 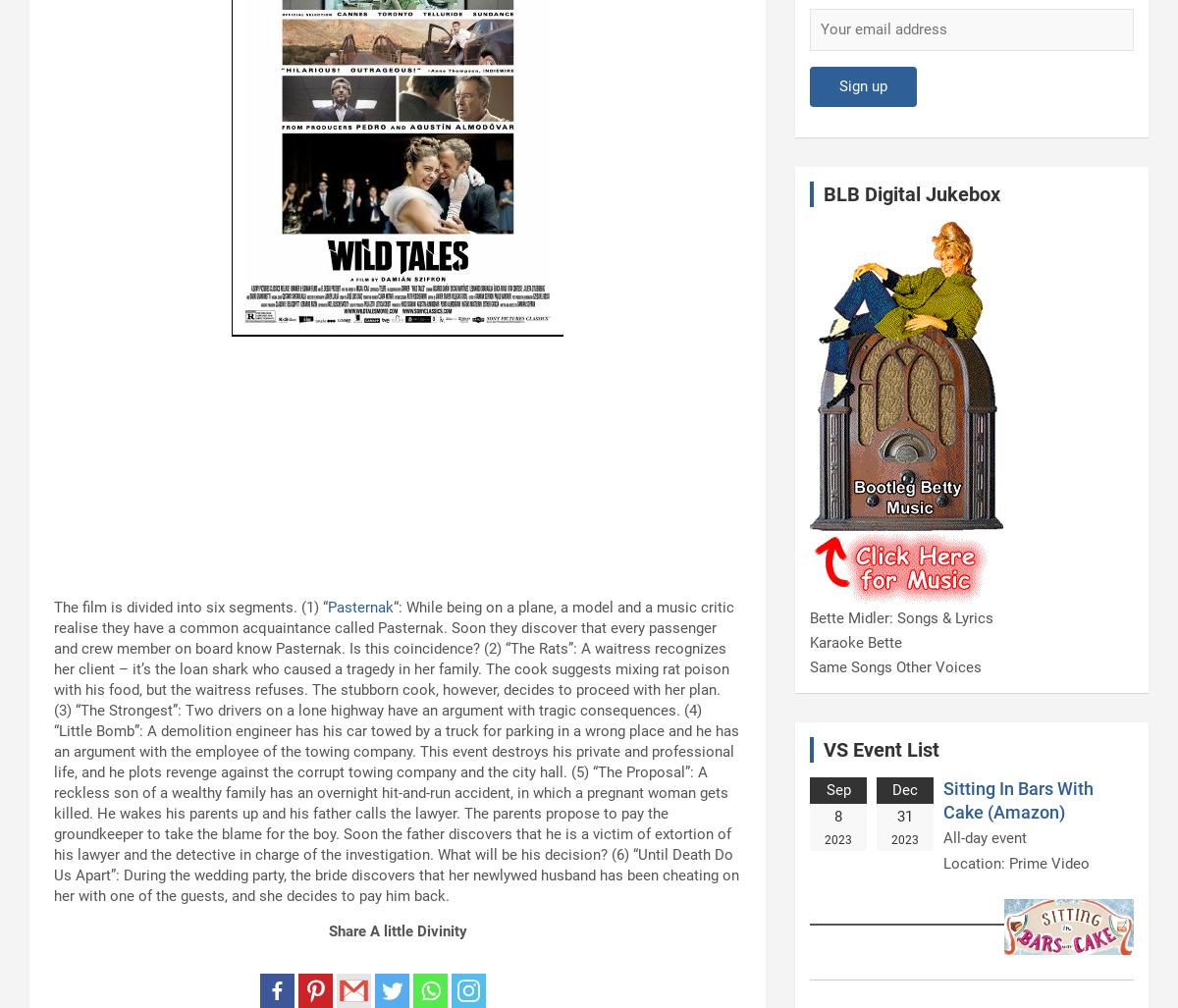 I want to click on 'Bette Midler: Songs & Lyrics', so click(x=901, y=616).